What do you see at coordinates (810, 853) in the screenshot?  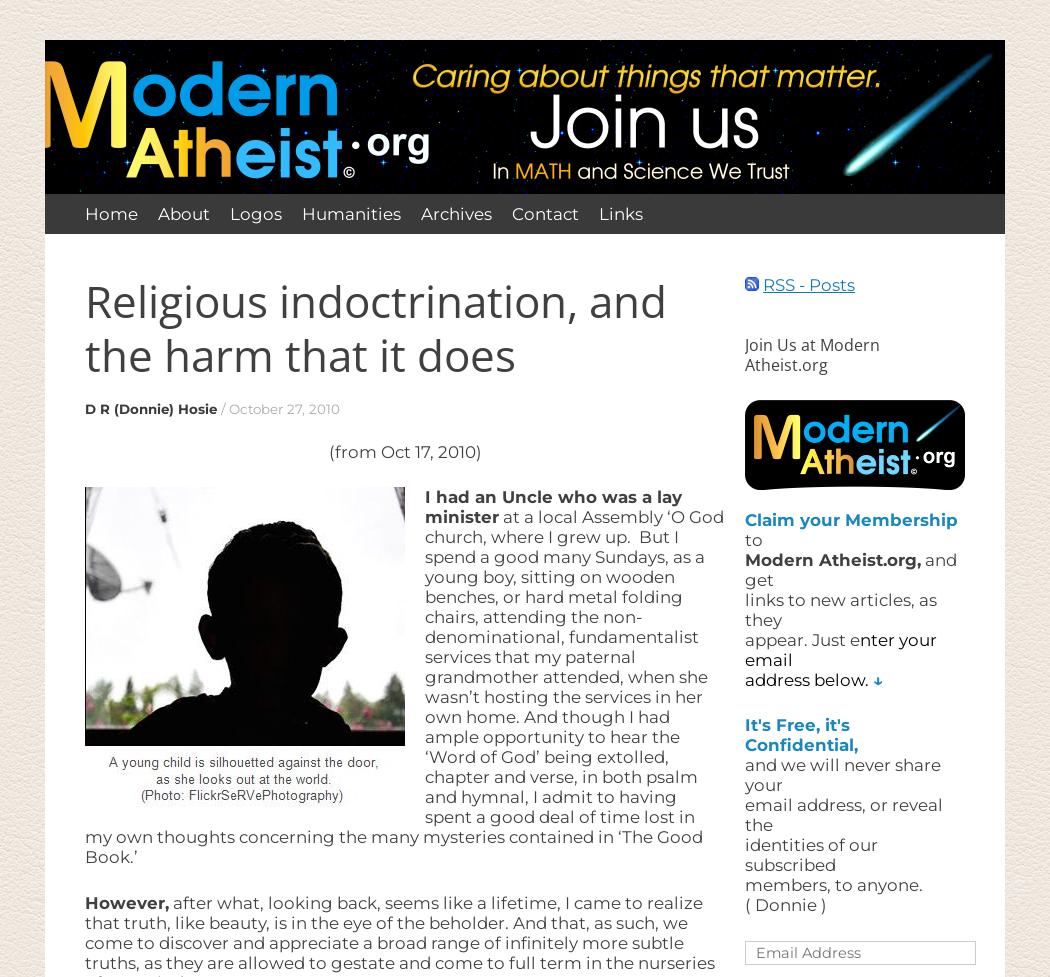 I see `'identities of our subscribed'` at bounding box center [810, 853].